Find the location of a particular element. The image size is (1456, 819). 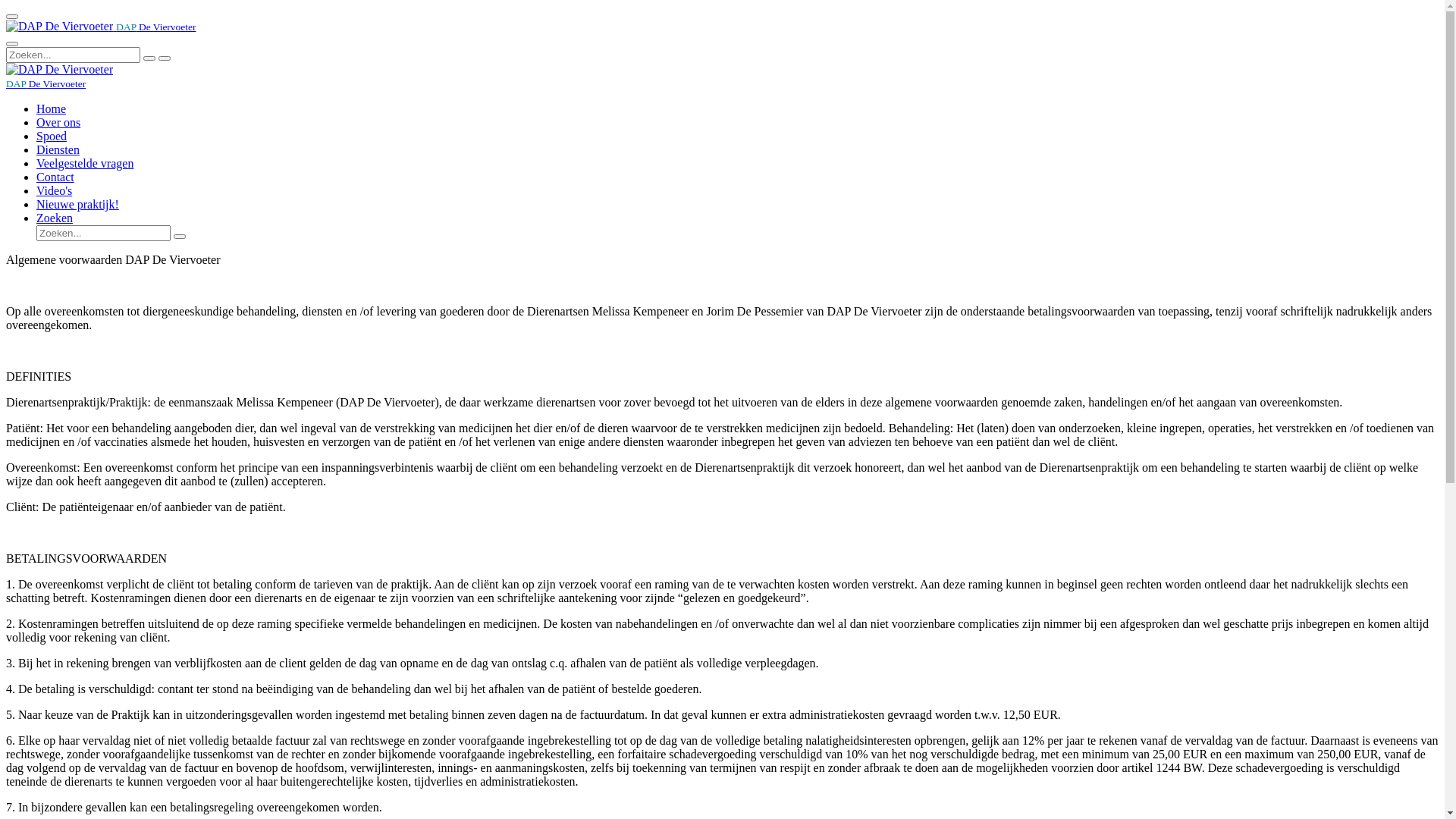

'Video's' is located at coordinates (54, 190).